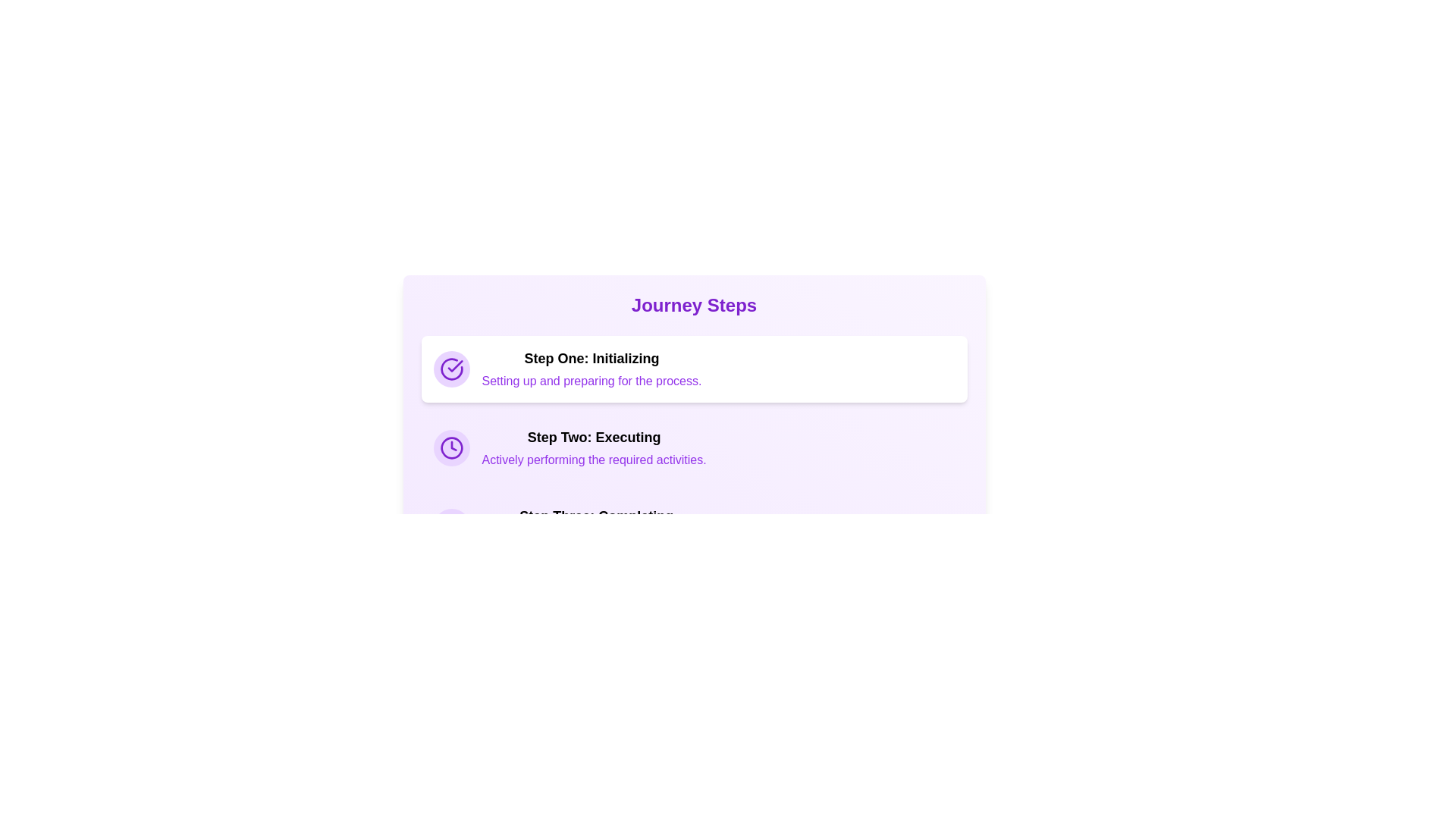  I want to click on the first Information card representing the initialization phase in the Journey Steps section, so click(693, 369).